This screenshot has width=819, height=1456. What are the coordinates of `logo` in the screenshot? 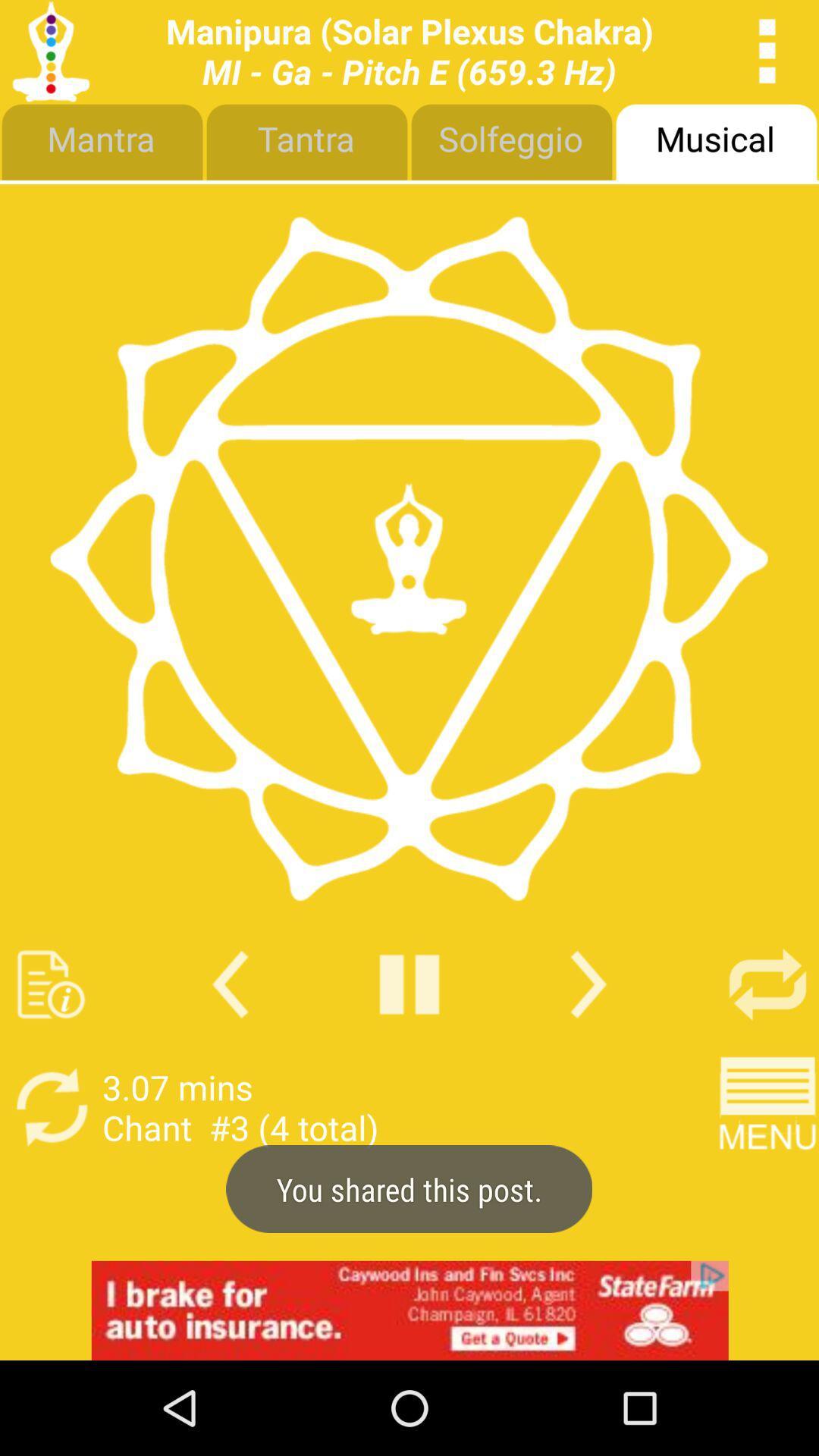 It's located at (408, 557).